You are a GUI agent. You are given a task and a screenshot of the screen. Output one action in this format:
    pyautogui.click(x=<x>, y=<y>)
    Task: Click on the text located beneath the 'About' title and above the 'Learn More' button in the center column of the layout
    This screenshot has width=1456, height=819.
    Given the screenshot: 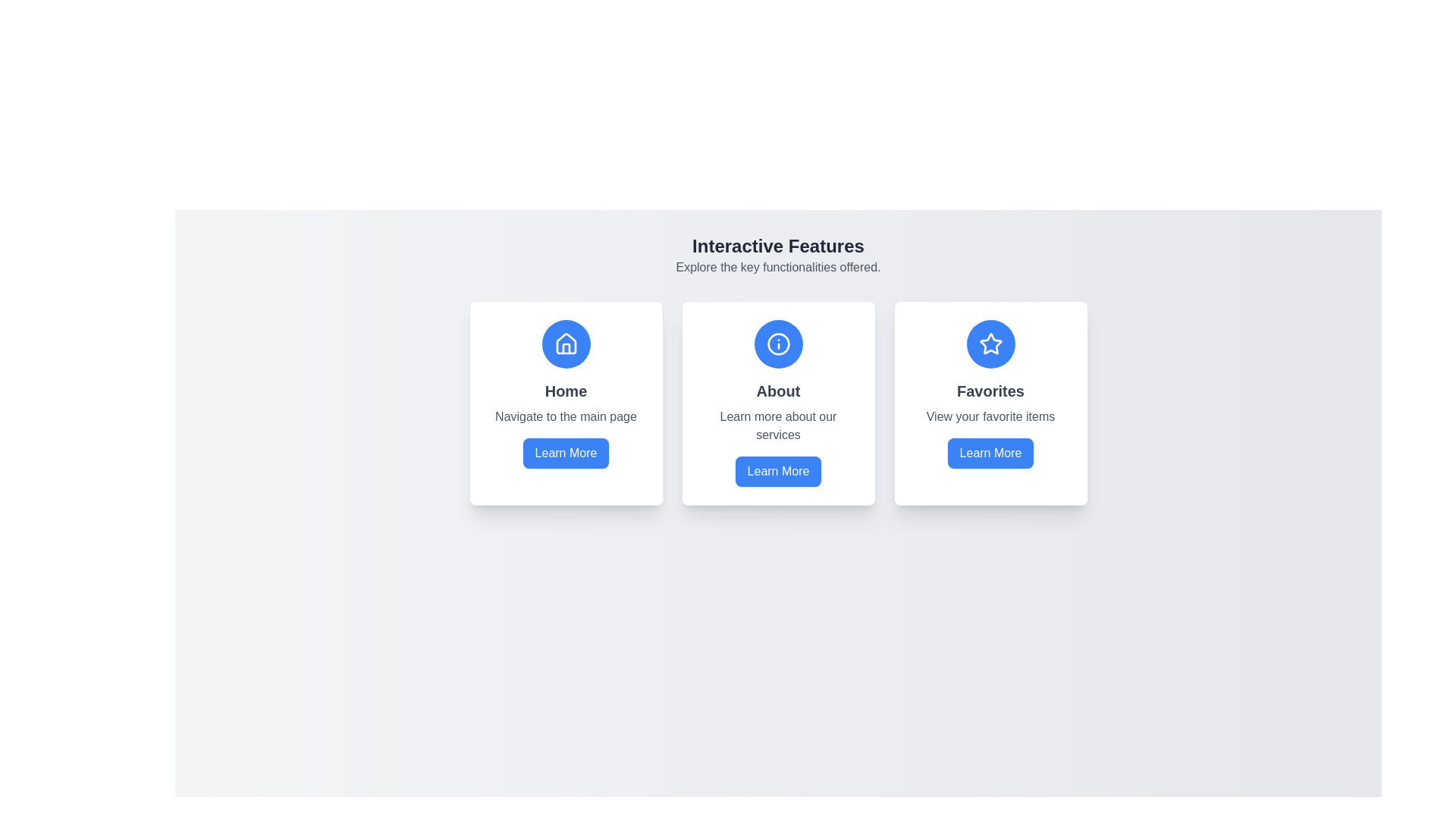 What is the action you would take?
    pyautogui.click(x=778, y=426)
    